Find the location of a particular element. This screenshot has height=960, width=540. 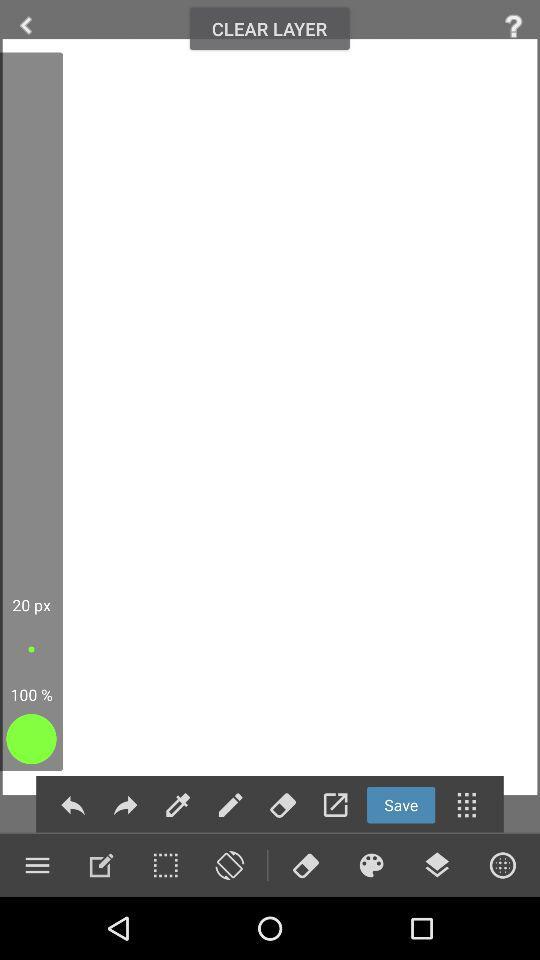

pen is located at coordinates (229, 805).